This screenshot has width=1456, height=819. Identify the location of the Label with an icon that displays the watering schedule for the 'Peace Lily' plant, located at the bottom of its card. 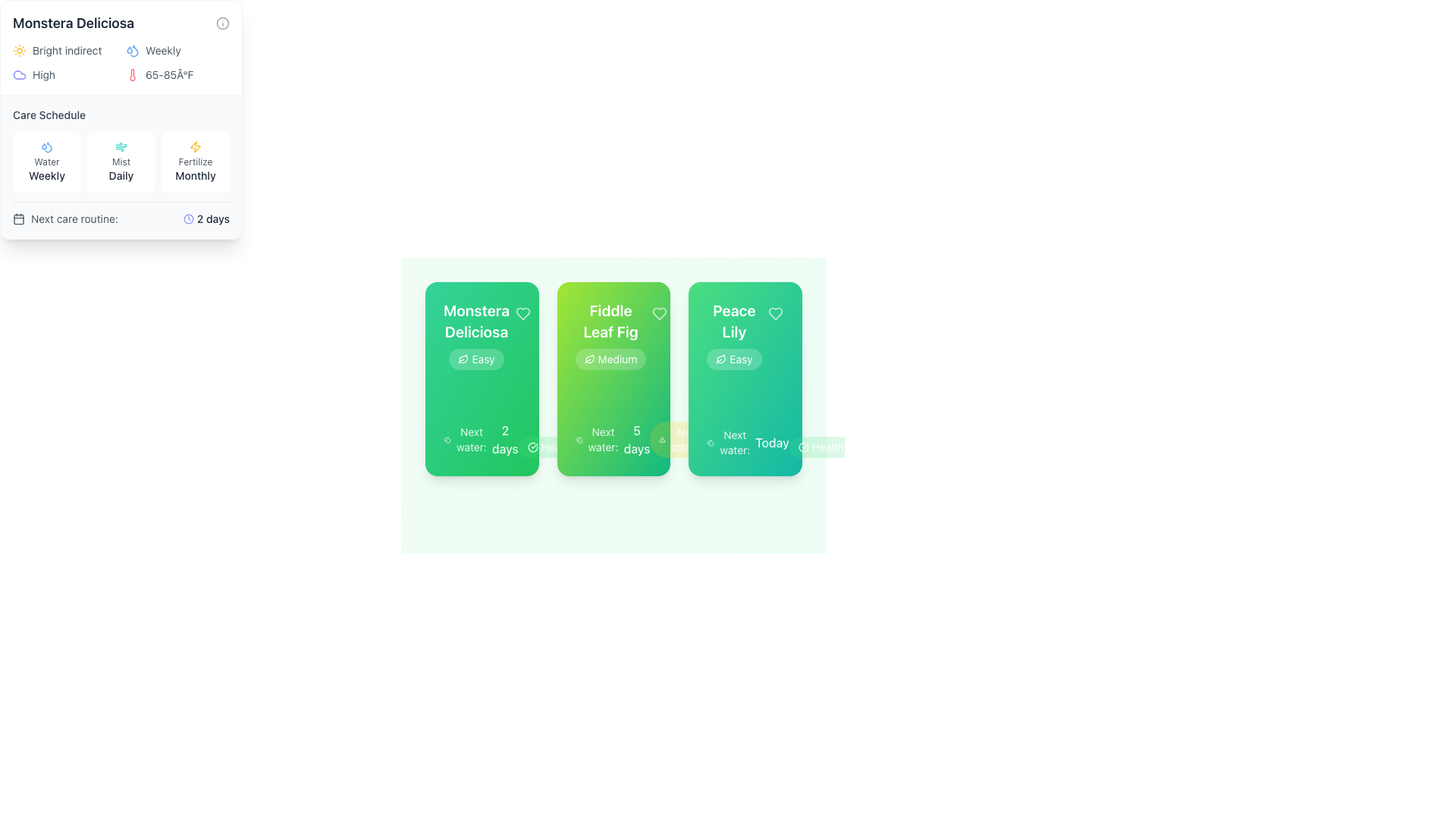
(748, 442).